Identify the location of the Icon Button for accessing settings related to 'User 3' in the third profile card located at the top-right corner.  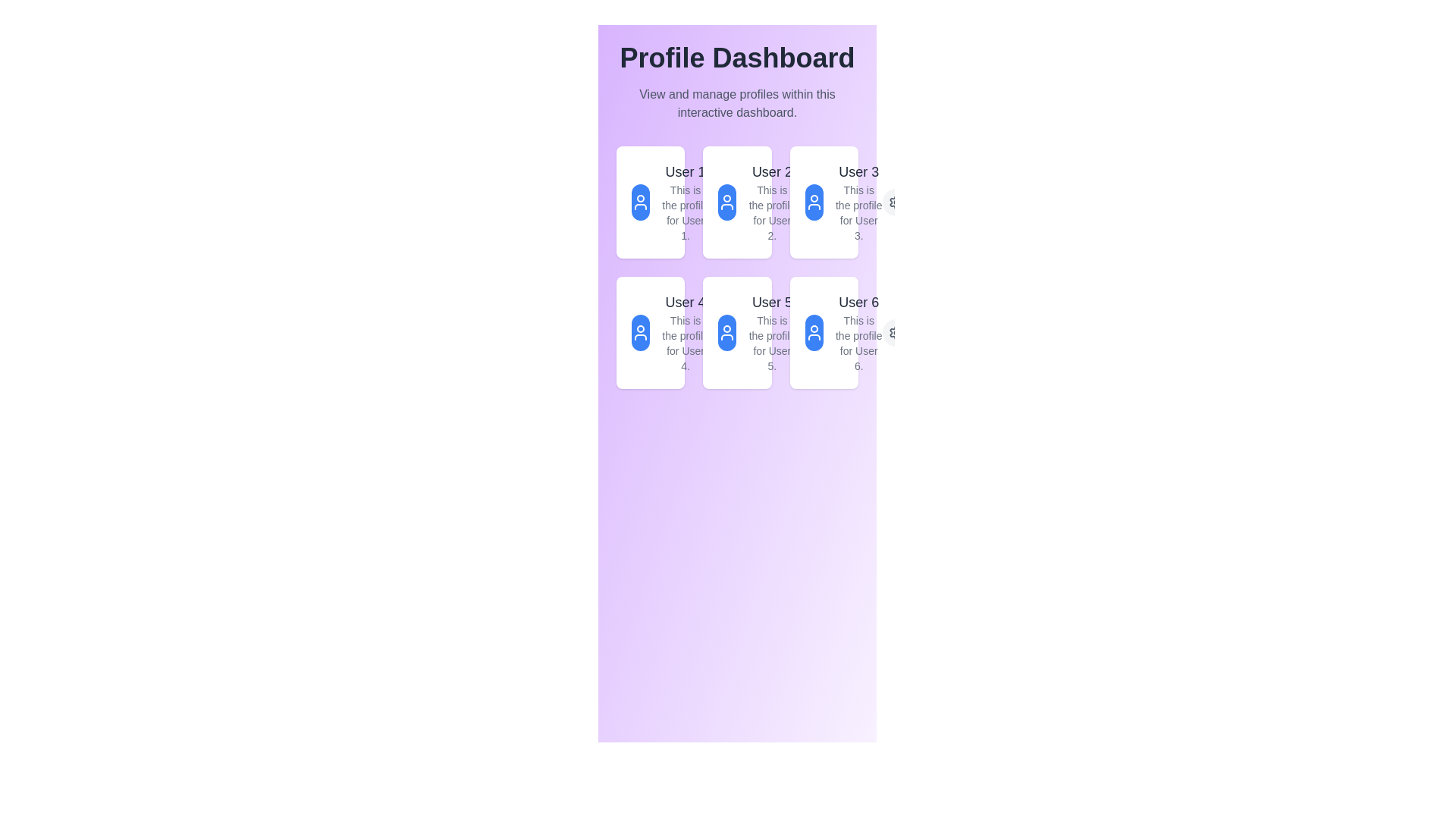
(808, 201).